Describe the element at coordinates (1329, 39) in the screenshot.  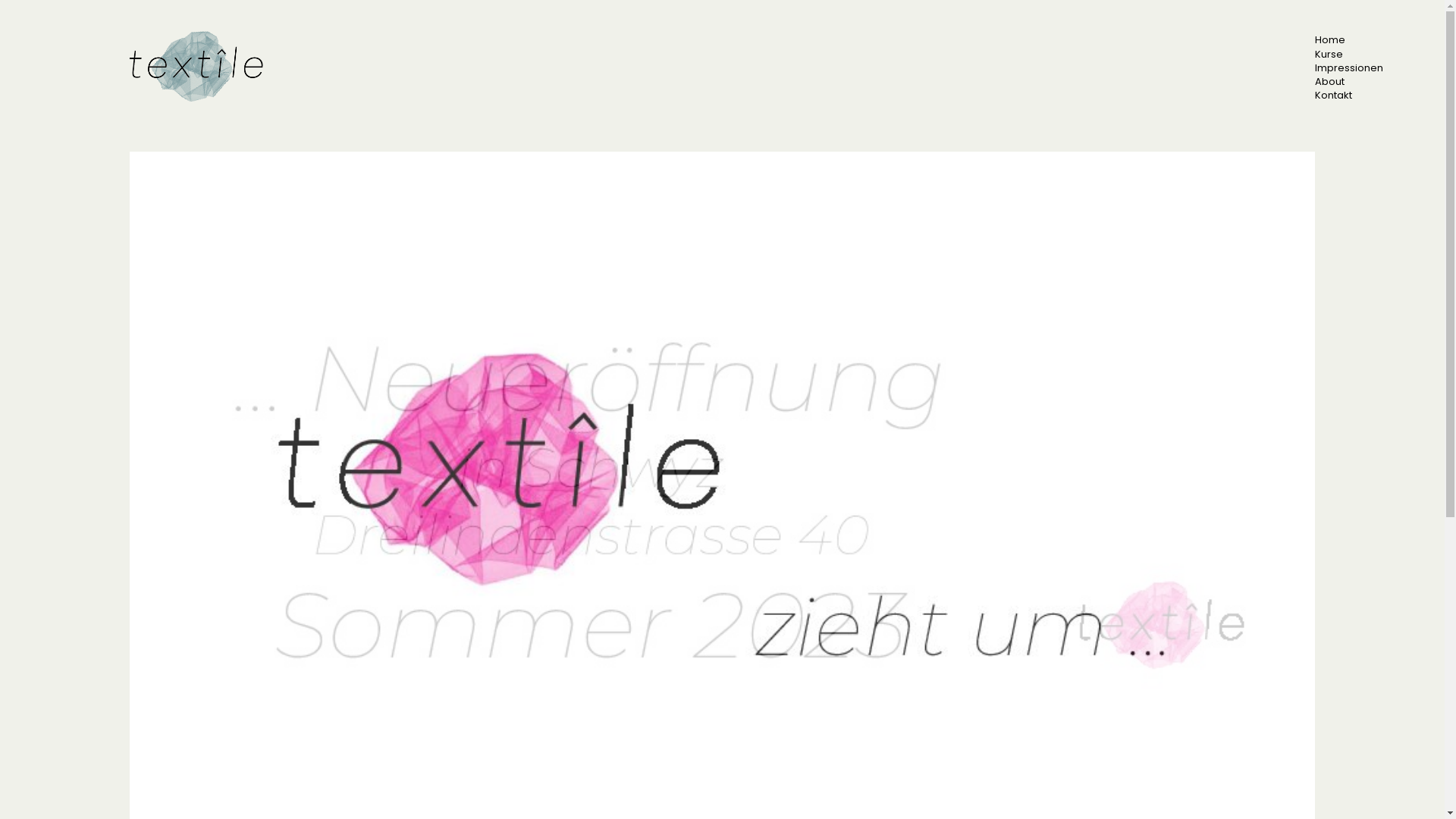
I see `'Home'` at that location.